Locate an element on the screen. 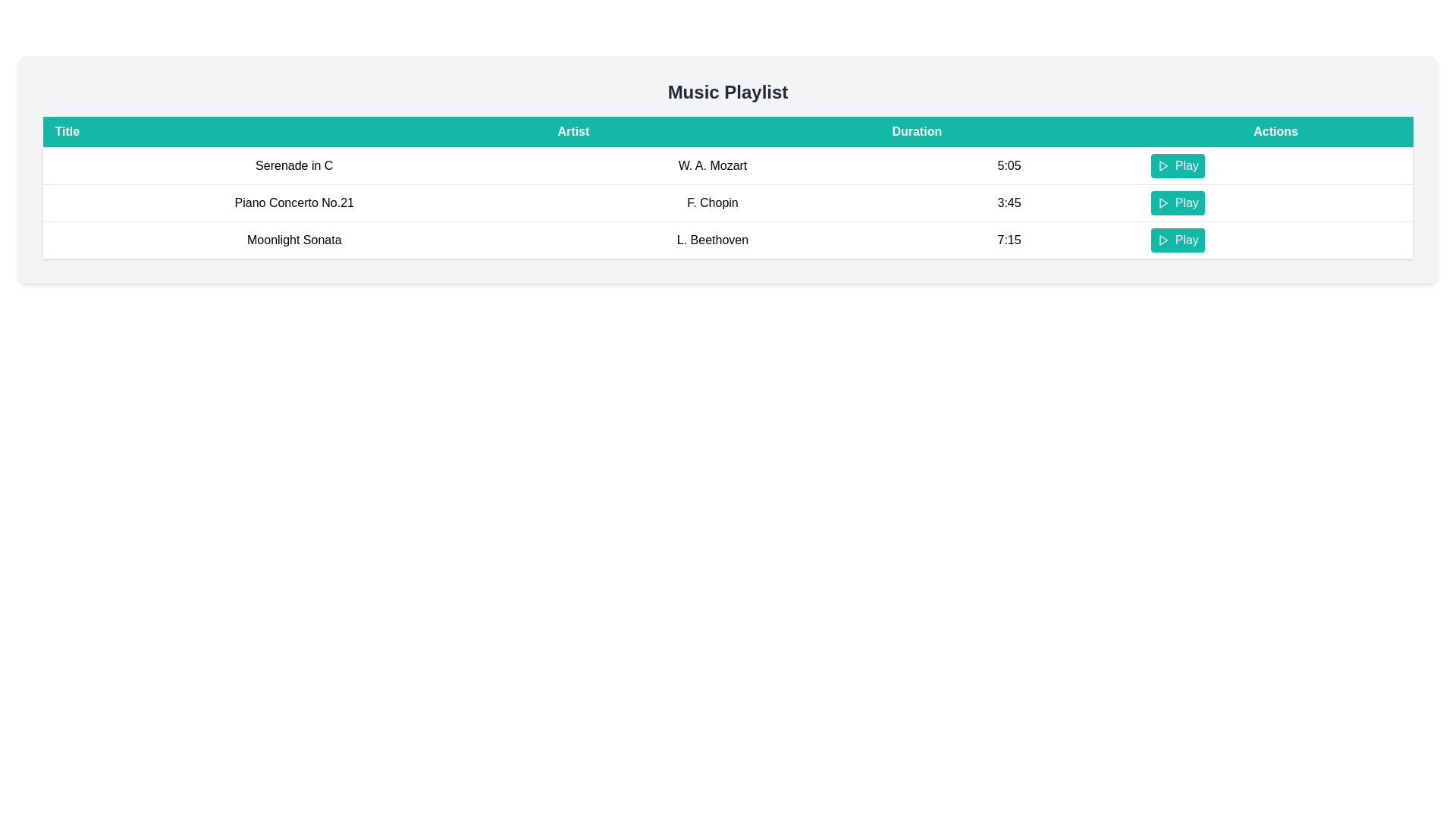 The height and width of the screenshot is (819, 1456). the text label displaying '3:45' in black font, which indicates a time duration in the 'Duration' column of the table row for 'Piano Concerto No.21' under the 'Music Playlist' section is located at coordinates (1009, 202).